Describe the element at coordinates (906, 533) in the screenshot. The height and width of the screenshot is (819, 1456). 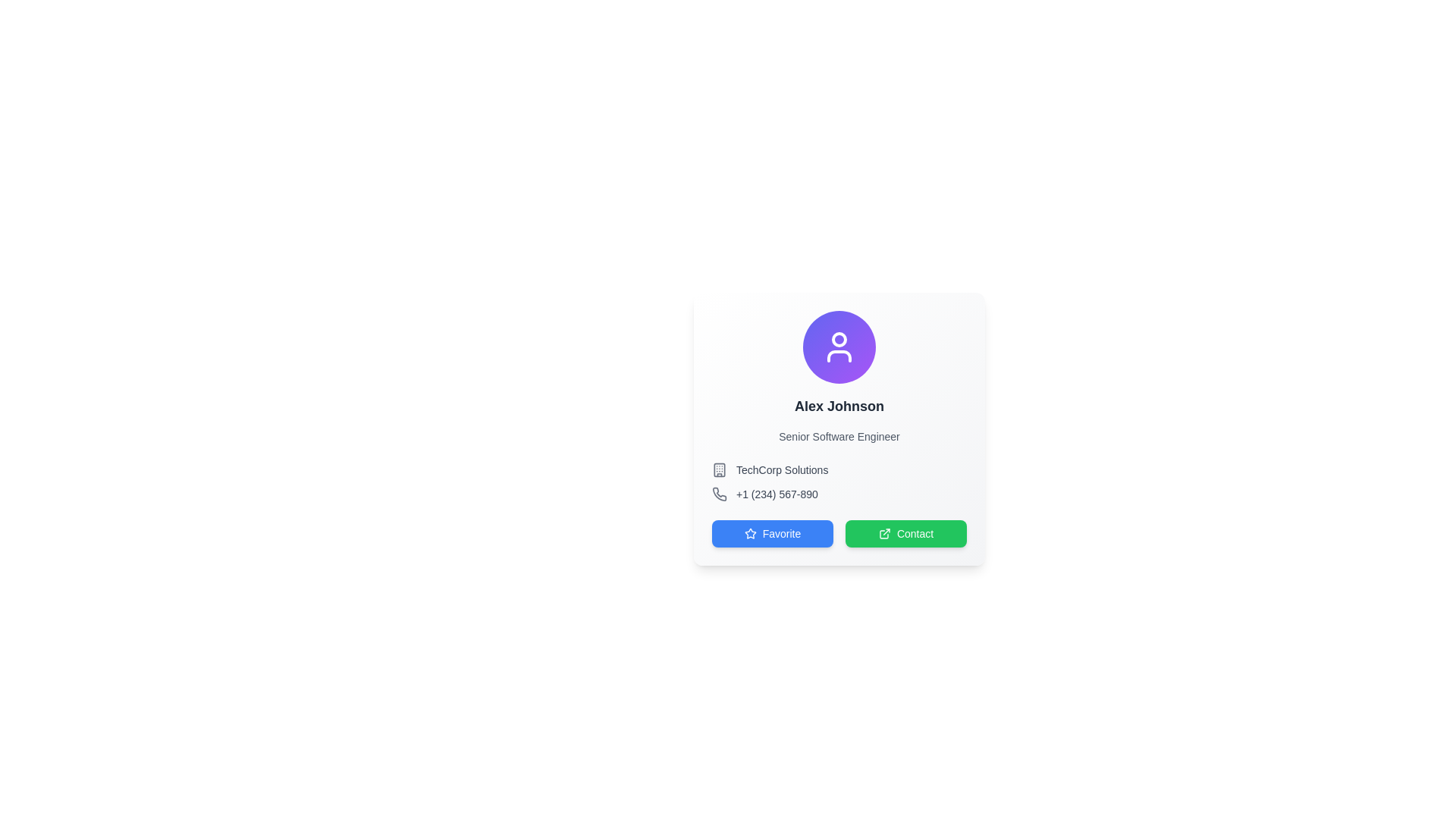
I see `the contact button located on the right side of the interface at the bottom of the card for 'Alex Johnson' to initiate a contact action` at that location.